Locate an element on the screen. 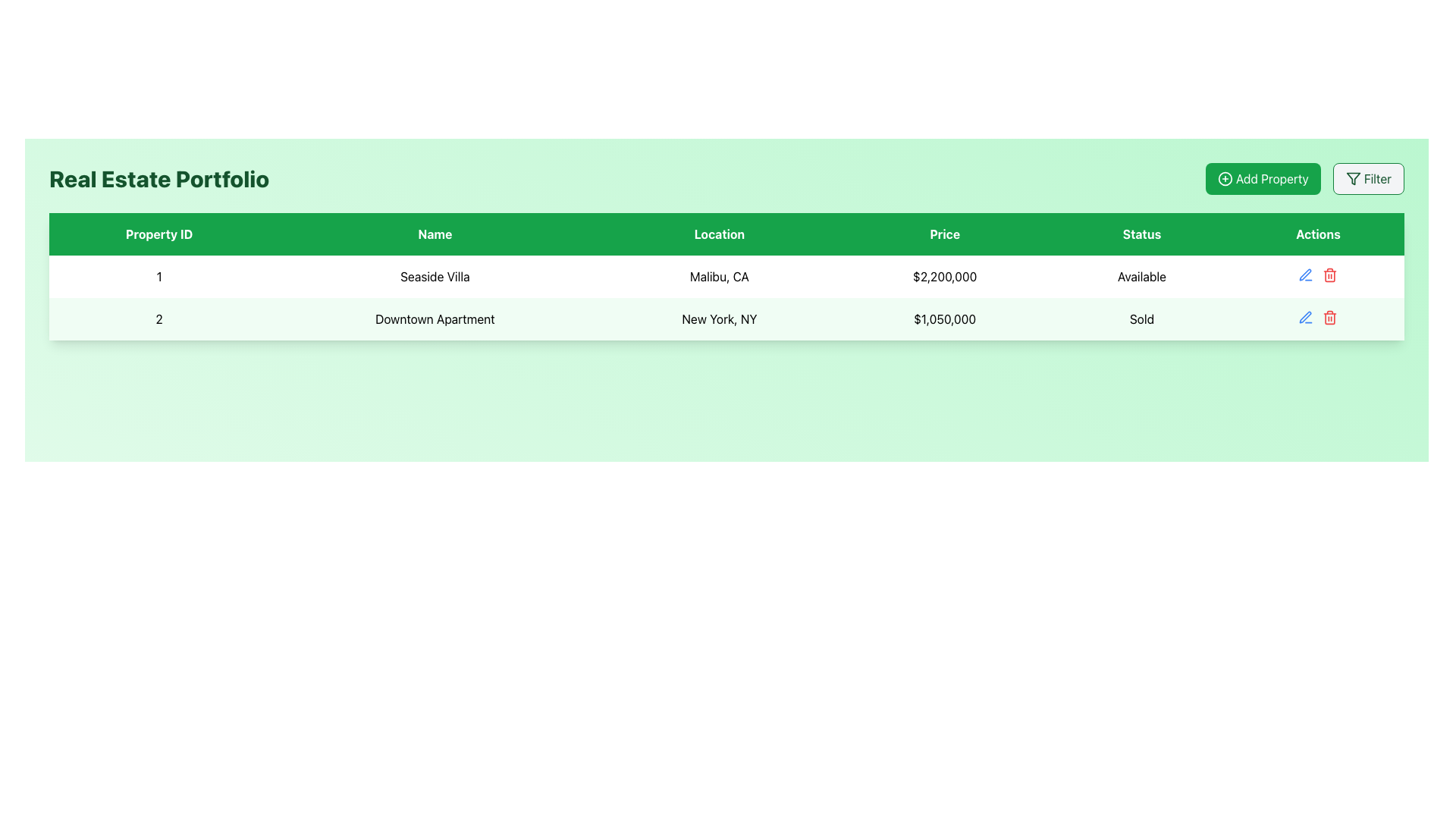 Image resolution: width=1456 pixels, height=819 pixels. the Static Text Label displaying 'Sold' located in the second row under the 'Status' column of the table is located at coordinates (1141, 318).